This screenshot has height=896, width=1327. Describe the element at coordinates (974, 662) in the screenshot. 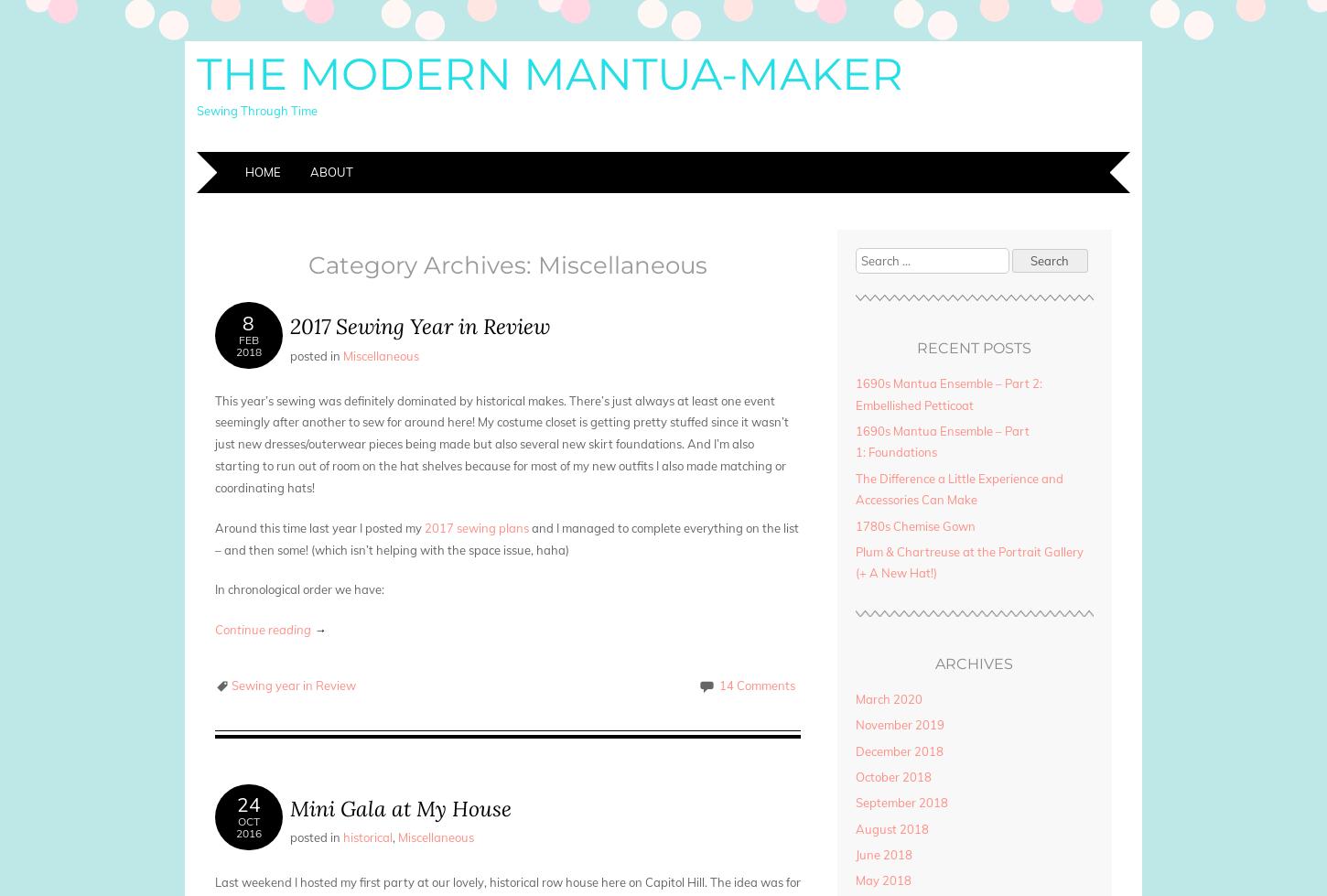

I see `'Archives'` at that location.